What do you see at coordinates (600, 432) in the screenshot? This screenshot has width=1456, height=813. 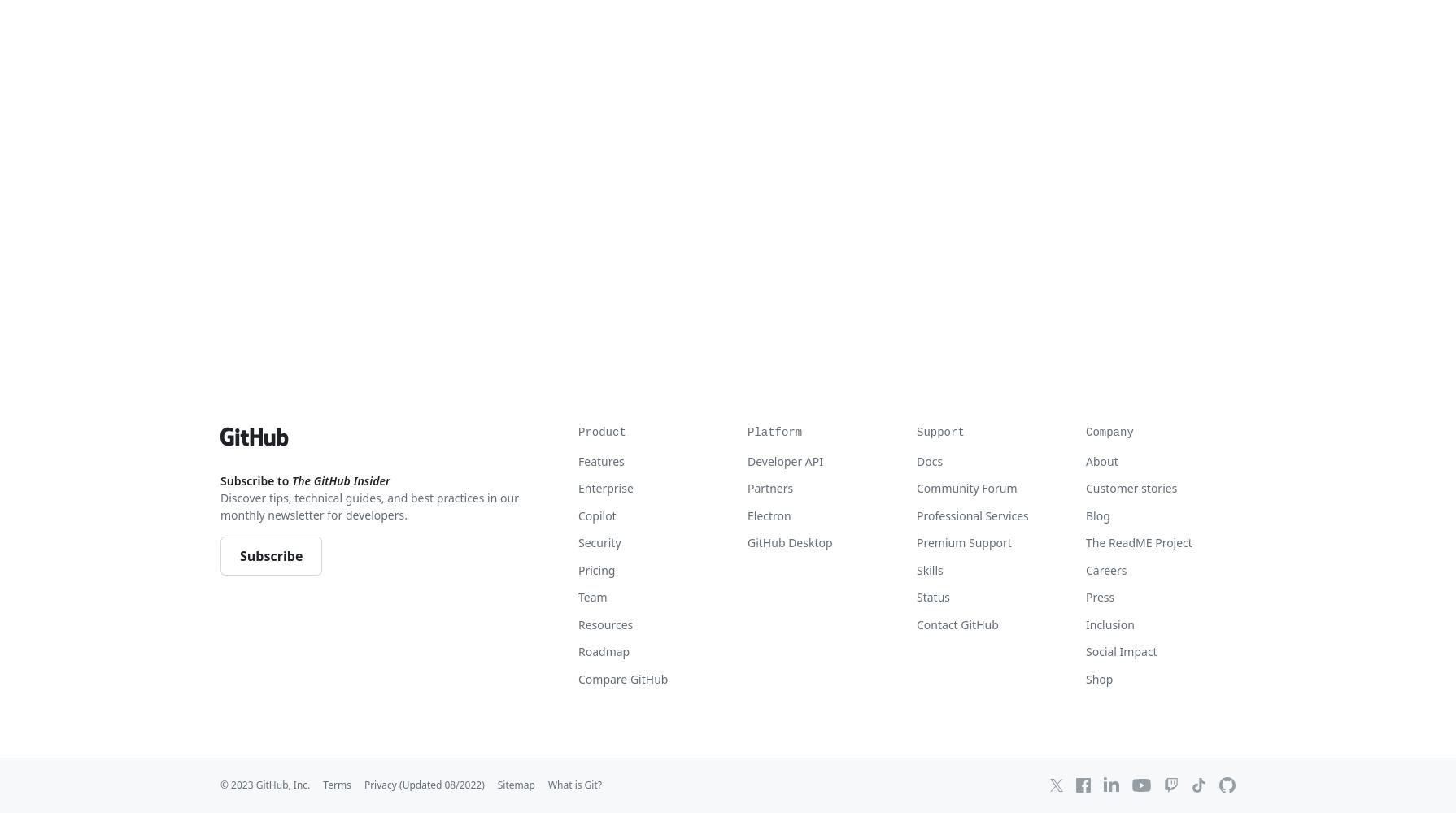 I see `'Product'` at bounding box center [600, 432].